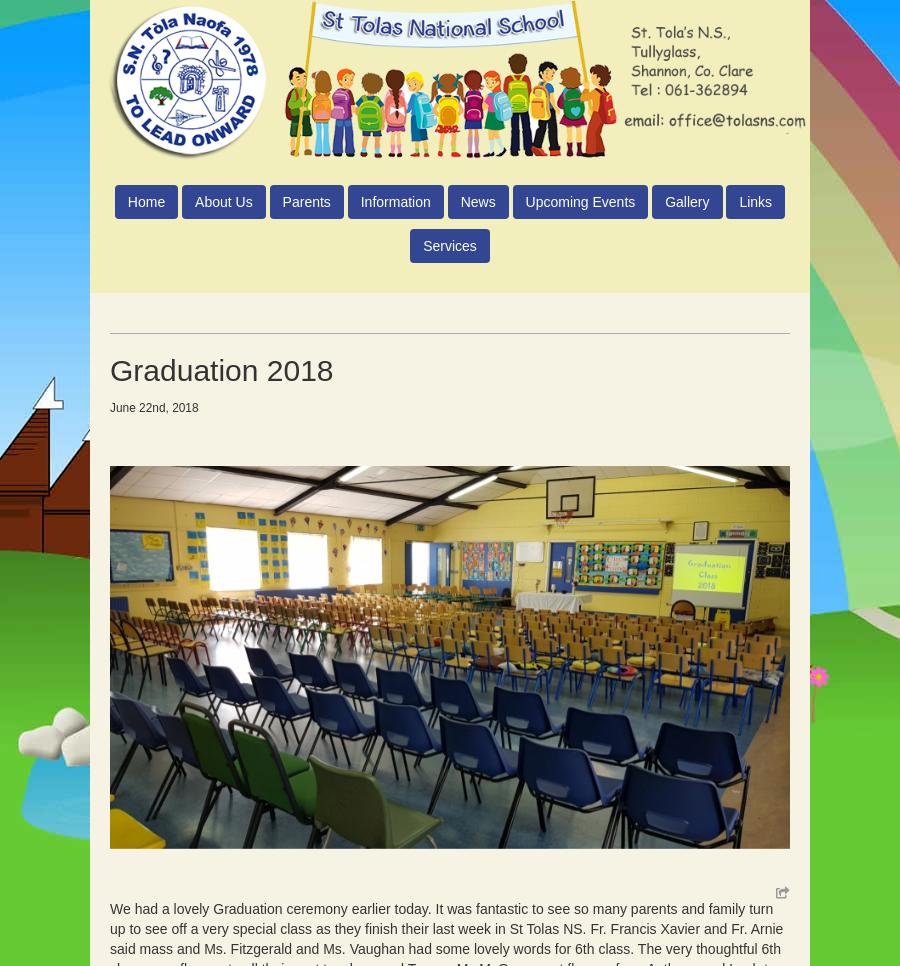 The image size is (900, 966). Describe the element at coordinates (145, 201) in the screenshot. I see `'Home'` at that location.